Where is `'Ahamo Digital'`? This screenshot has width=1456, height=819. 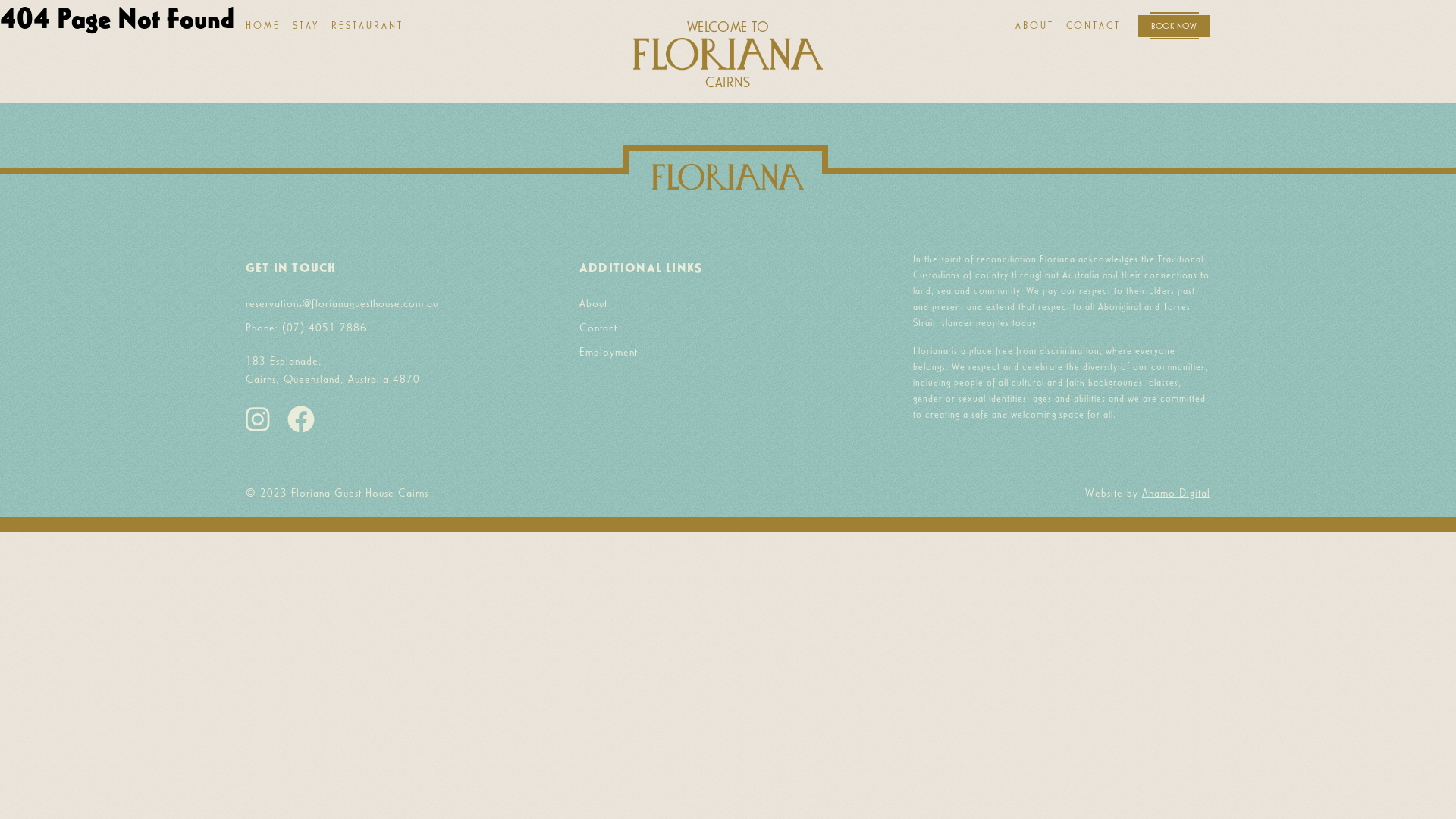
'Ahamo Digital' is located at coordinates (1175, 492).